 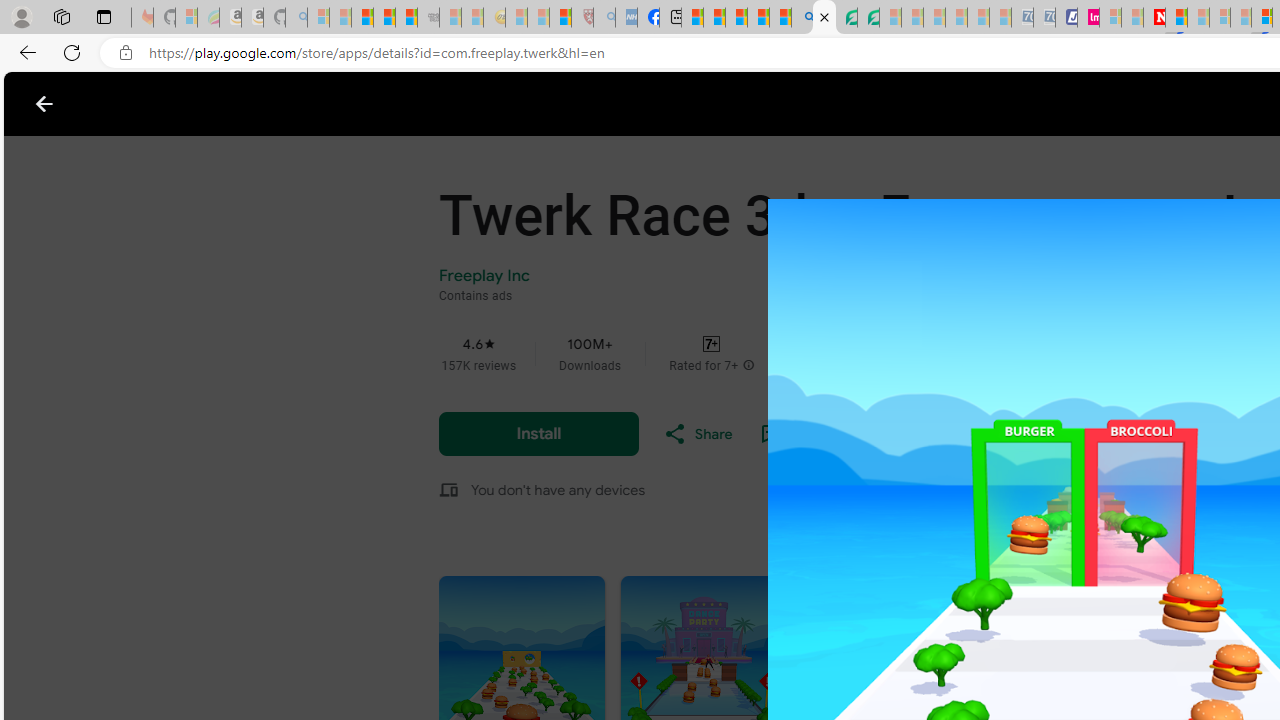 What do you see at coordinates (1154, 17) in the screenshot?
I see `'Latest Politics News & Archive | Newsweek.com'` at bounding box center [1154, 17].